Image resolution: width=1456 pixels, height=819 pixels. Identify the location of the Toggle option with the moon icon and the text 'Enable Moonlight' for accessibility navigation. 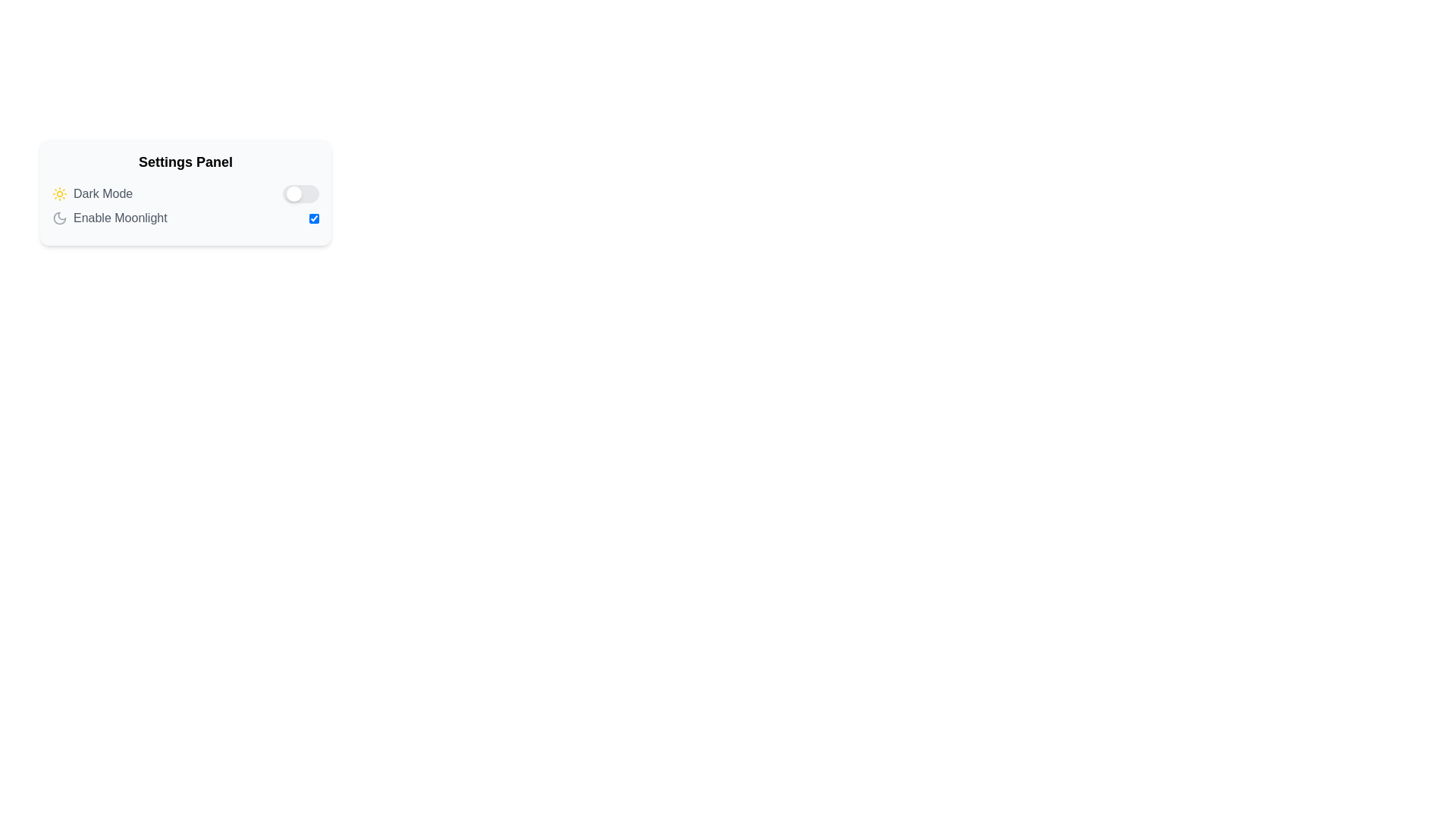
(184, 218).